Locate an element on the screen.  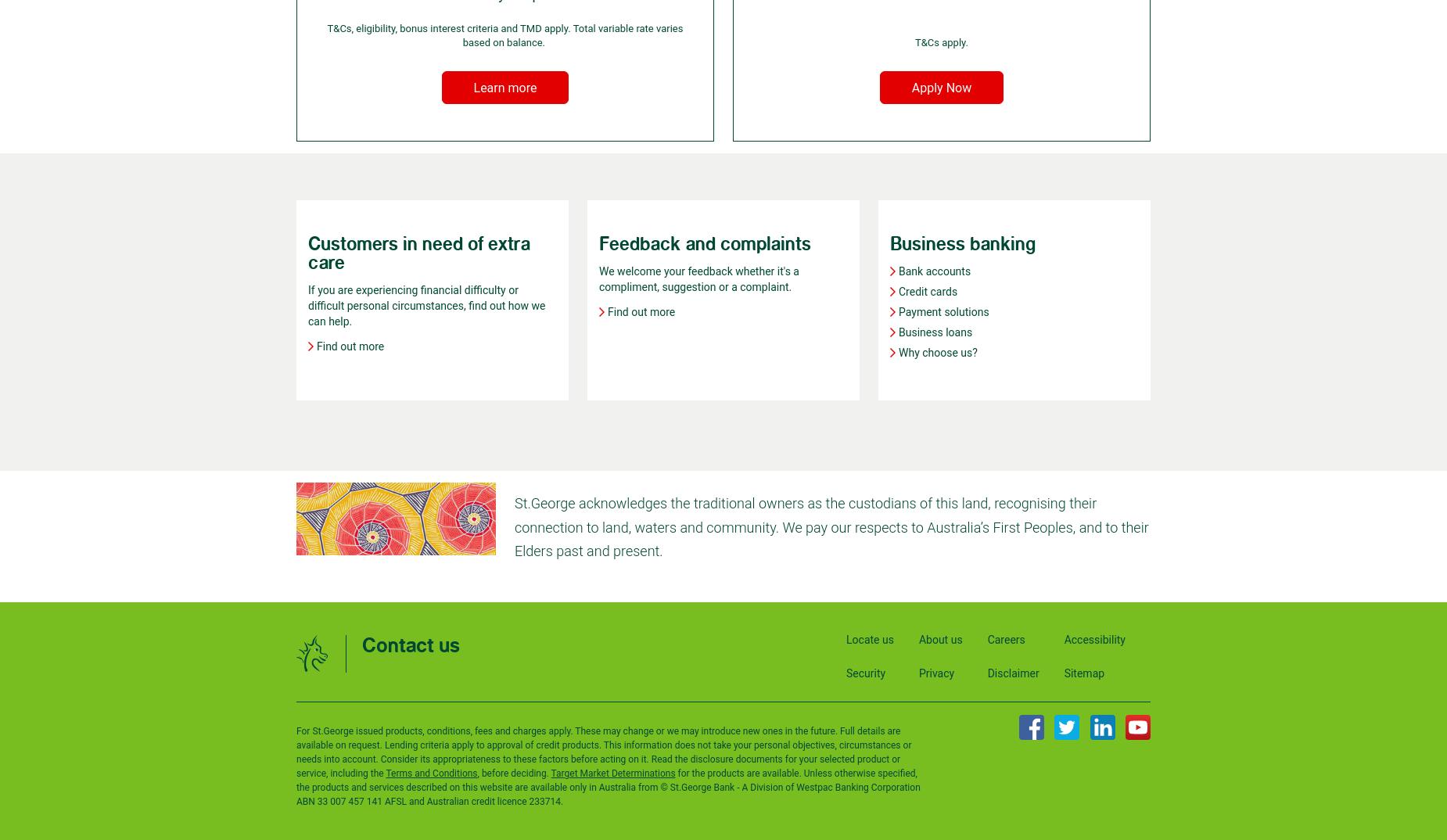
'If you are experiencing financial difficulty or difficult personal circumstances, find out how we can help.' is located at coordinates (426, 306).